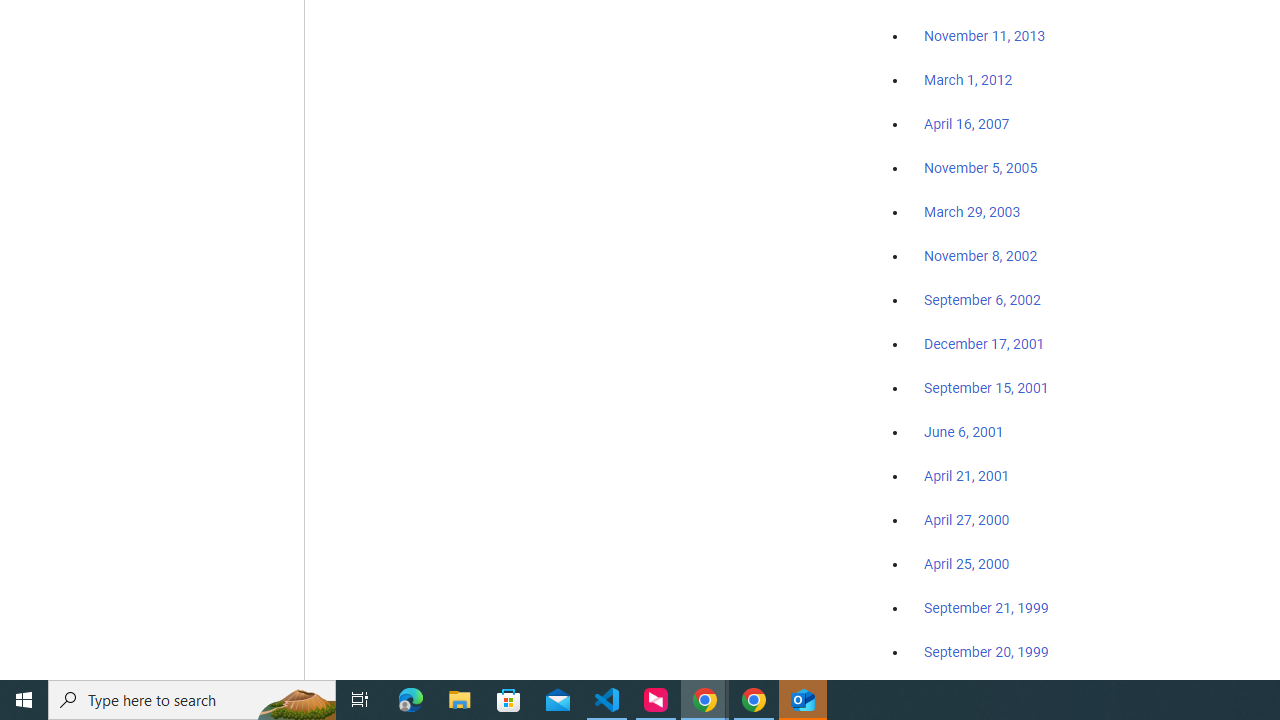 This screenshot has height=720, width=1280. Describe the element at coordinates (984, 37) in the screenshot. I see `'November 11, 2013'` at that location.